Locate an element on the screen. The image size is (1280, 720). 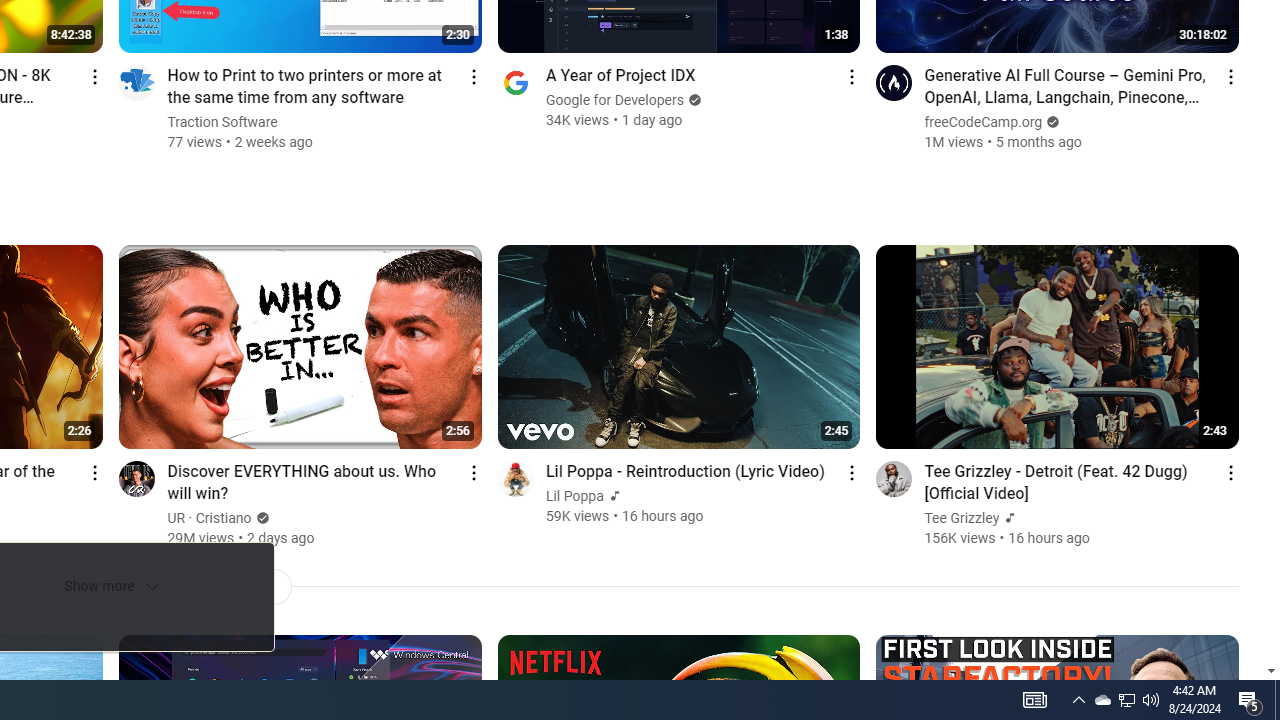
'Action menu' is located at coordinates (1229, 472).